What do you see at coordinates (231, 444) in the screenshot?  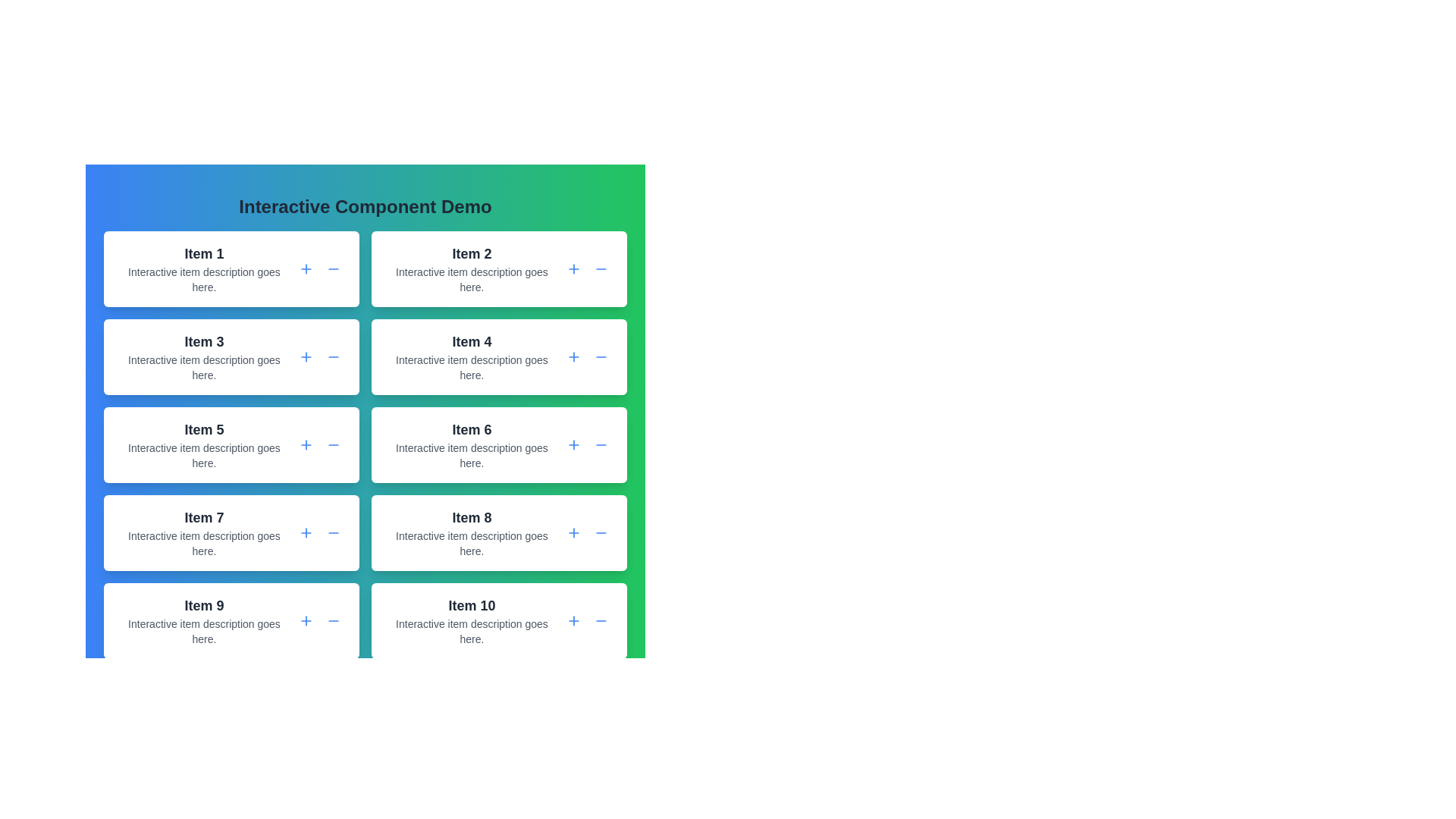 I see `the minus button on the Card element displaying 'Item 5', which is located in the third row and first column of the grid layout, to decrement the value` at bounding box center [231, 444].